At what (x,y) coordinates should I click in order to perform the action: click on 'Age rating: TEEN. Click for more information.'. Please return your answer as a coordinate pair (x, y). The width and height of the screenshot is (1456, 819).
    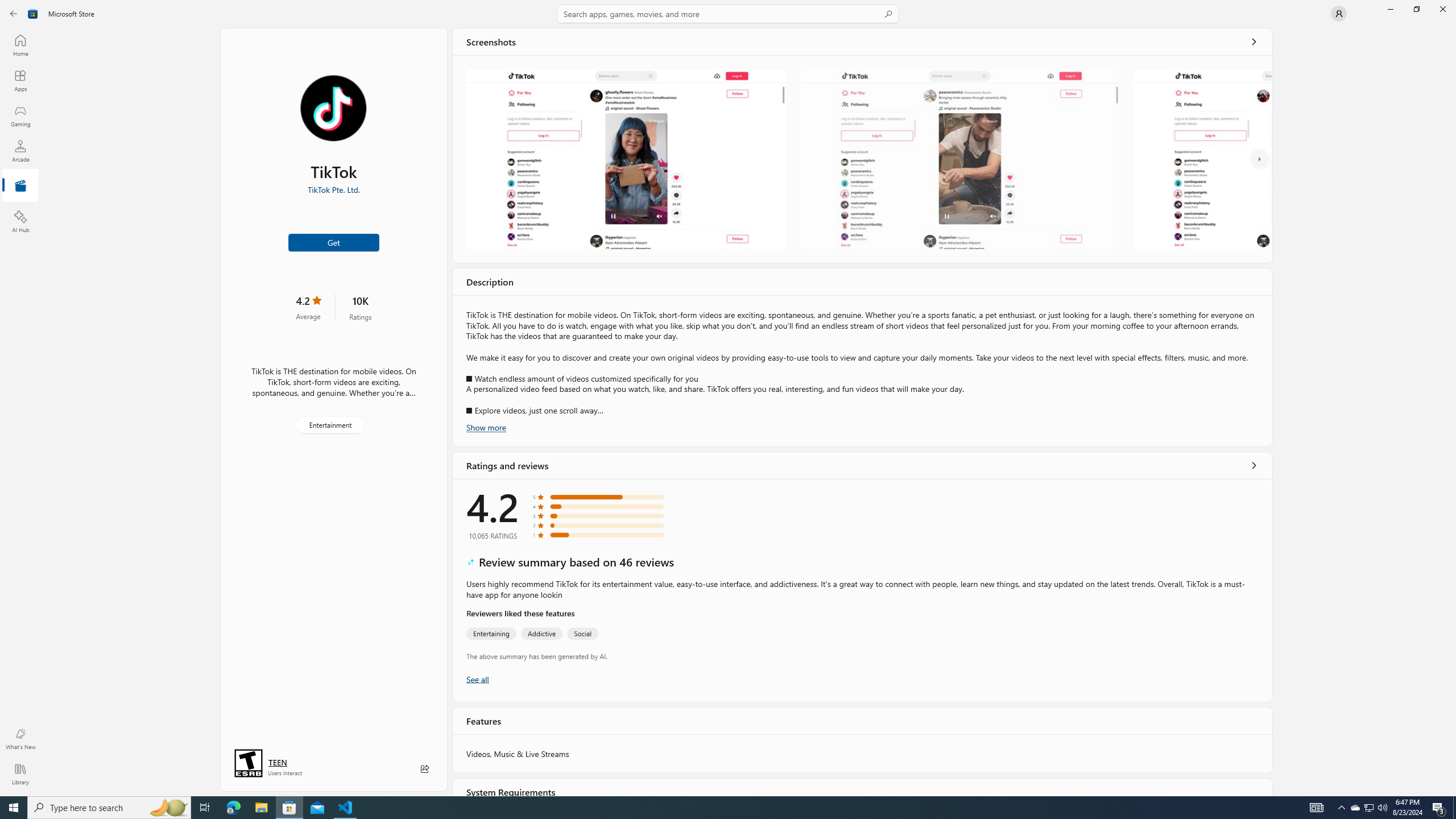
    Looking at the image, I should click on (276, 762).